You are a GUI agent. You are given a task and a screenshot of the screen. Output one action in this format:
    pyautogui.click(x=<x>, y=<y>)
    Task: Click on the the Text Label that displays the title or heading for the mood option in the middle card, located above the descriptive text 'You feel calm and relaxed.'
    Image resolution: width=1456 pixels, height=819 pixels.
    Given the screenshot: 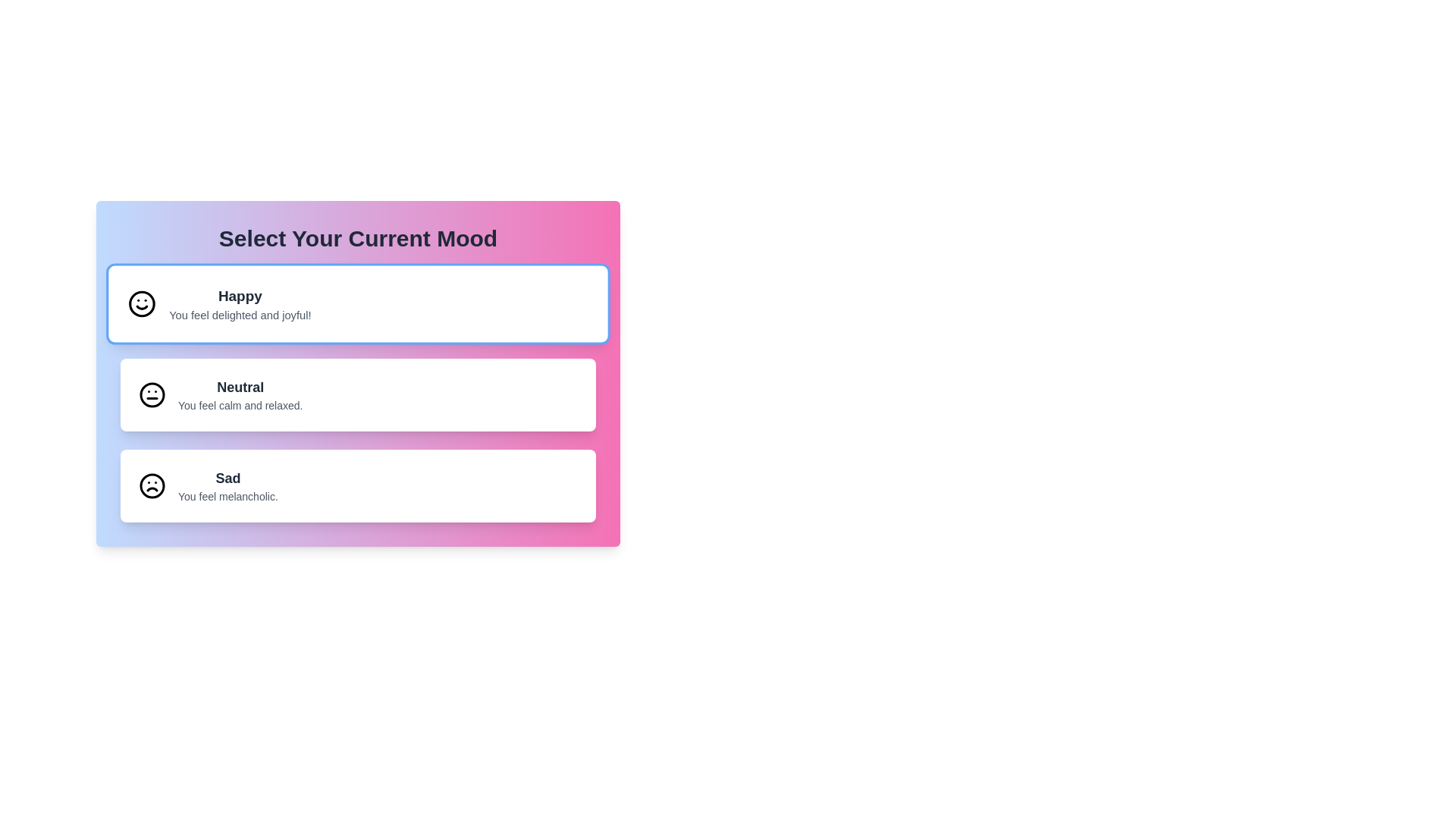 What is the action you would take?
    pyautogui.click(x=240, y=386)
    